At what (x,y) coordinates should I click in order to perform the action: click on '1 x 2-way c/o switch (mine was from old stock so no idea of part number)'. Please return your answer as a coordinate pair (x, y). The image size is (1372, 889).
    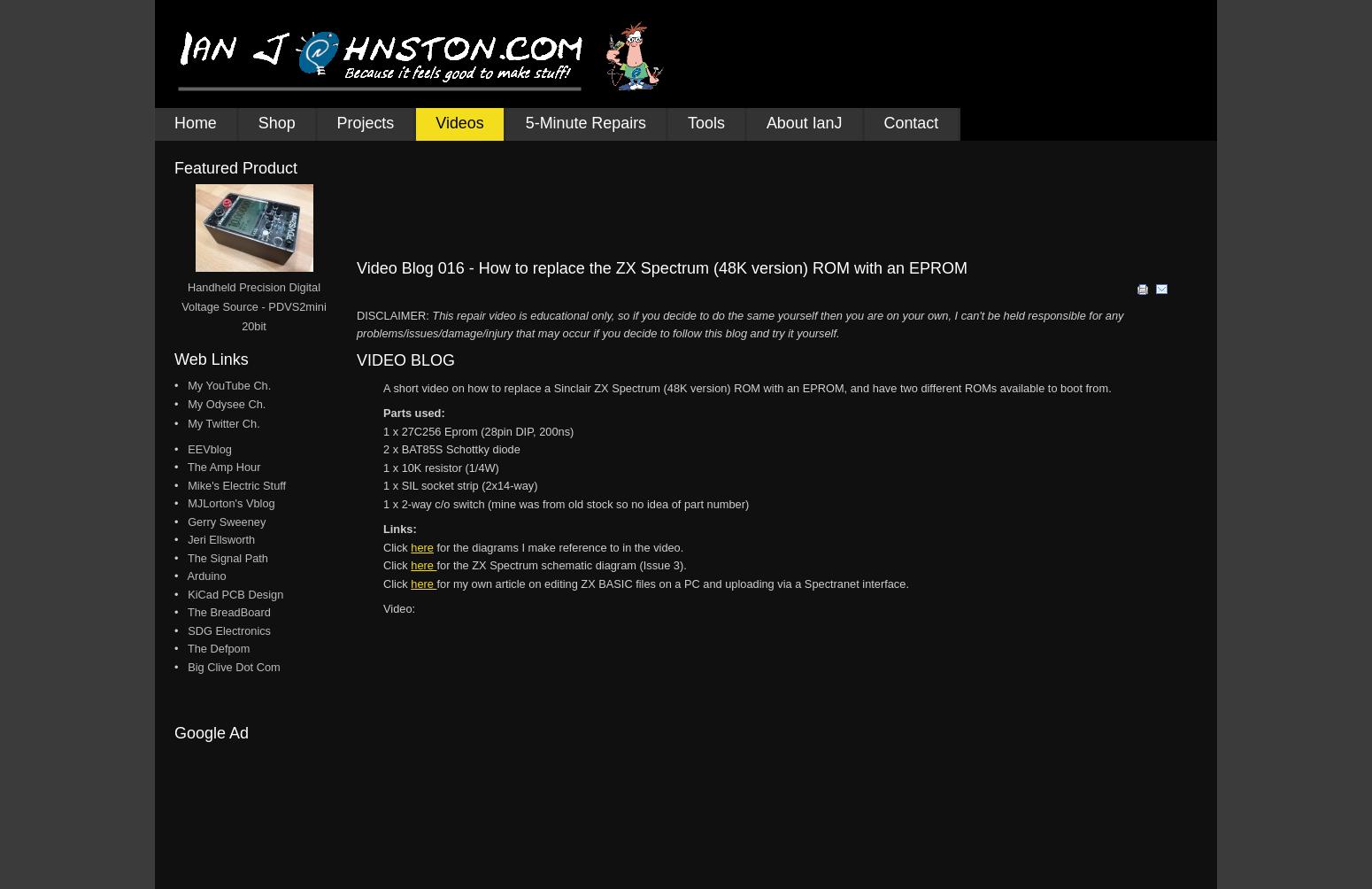
    Looking at the image, I should click on (565, 503).